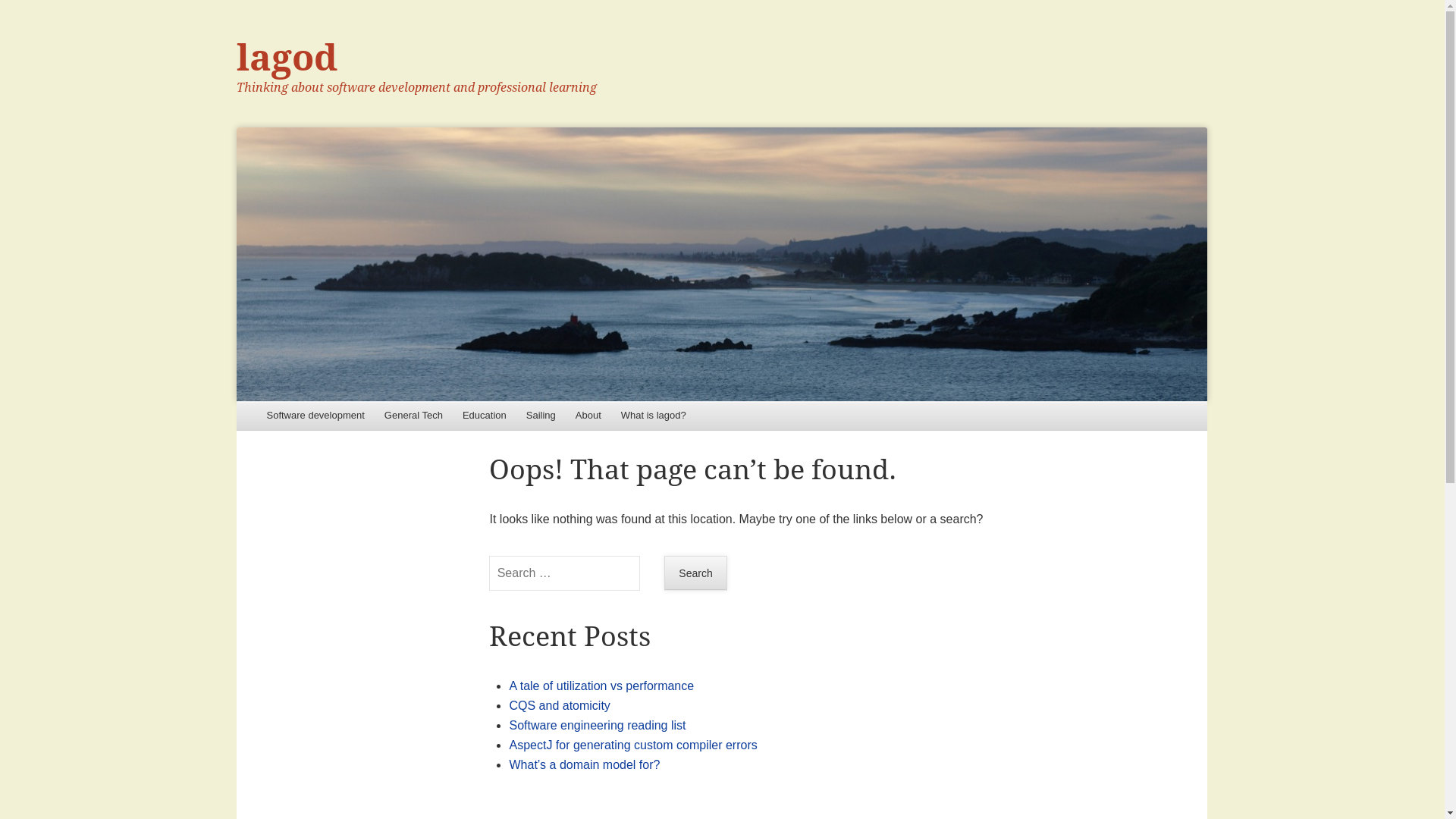 The width and height of the screenshot is (1456, 819). I want to click on 'lagod', so click(720, 263).